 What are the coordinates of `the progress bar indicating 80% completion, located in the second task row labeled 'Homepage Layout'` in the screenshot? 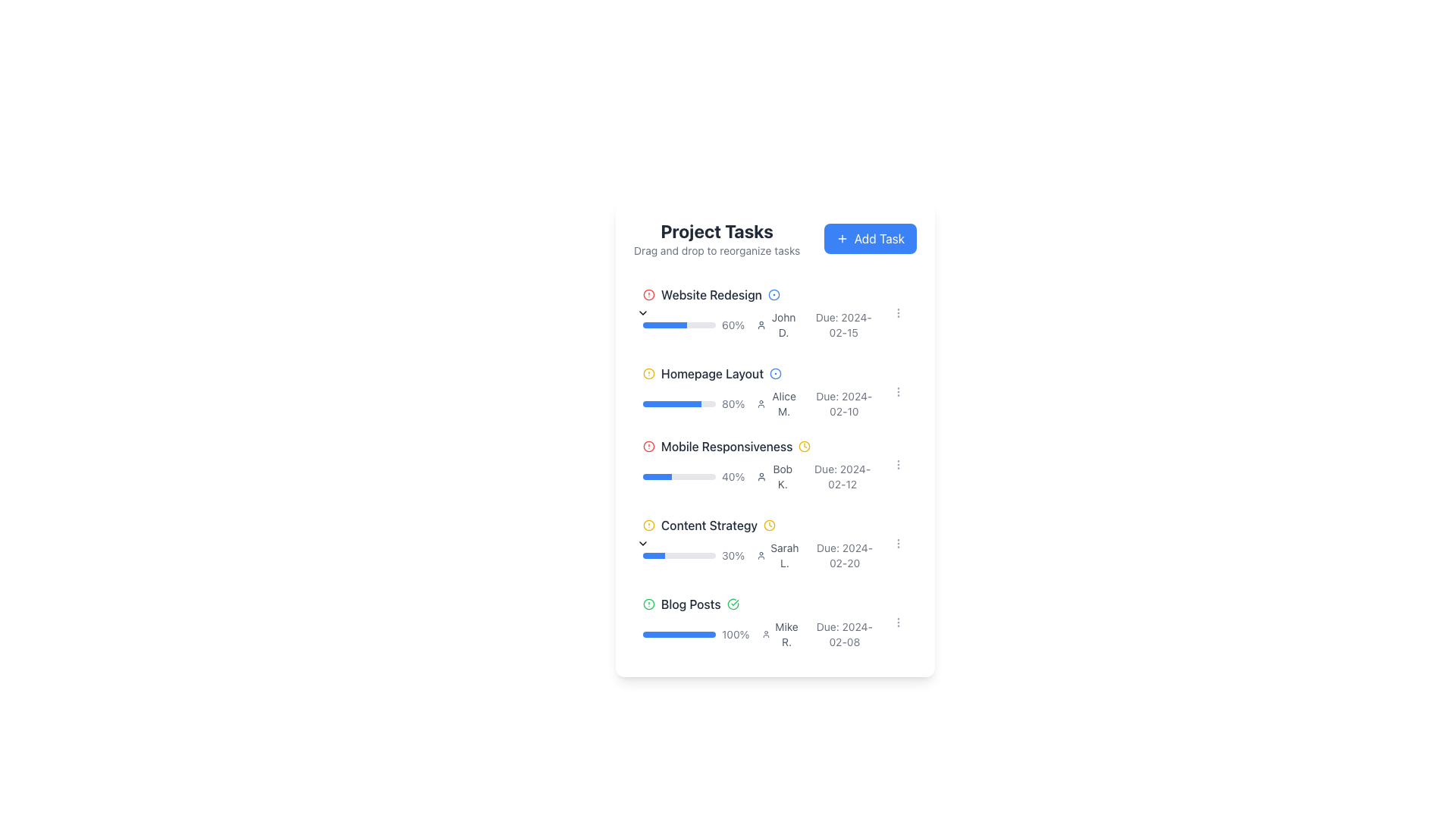 It's located at (671, 403).